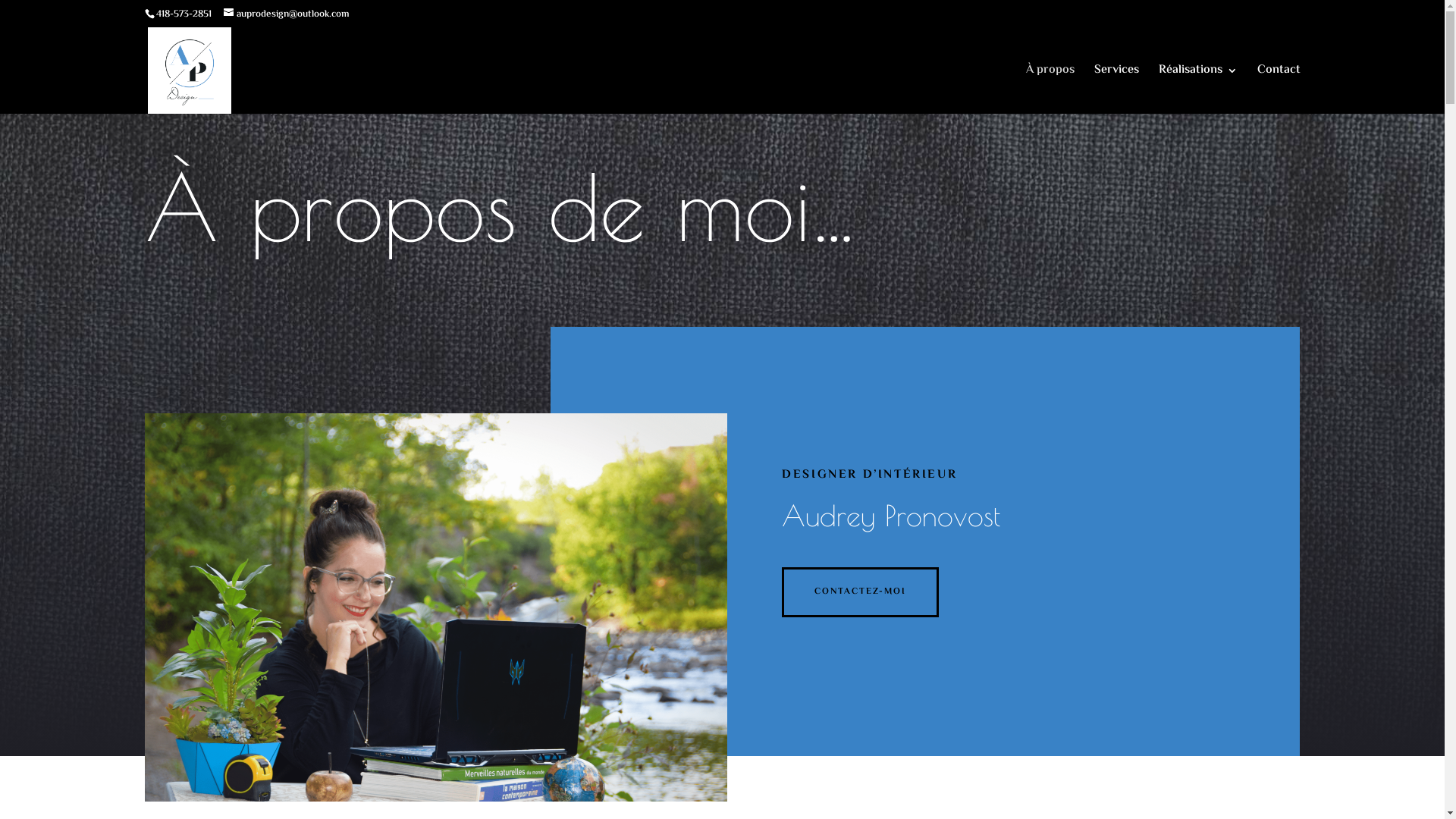 This screenshot has width=1456, height=819. What do you see at coordinates (286, 14) in the screenshot?
I see `'auprodesign@outlook.com'` at bounding box center [286, 14].